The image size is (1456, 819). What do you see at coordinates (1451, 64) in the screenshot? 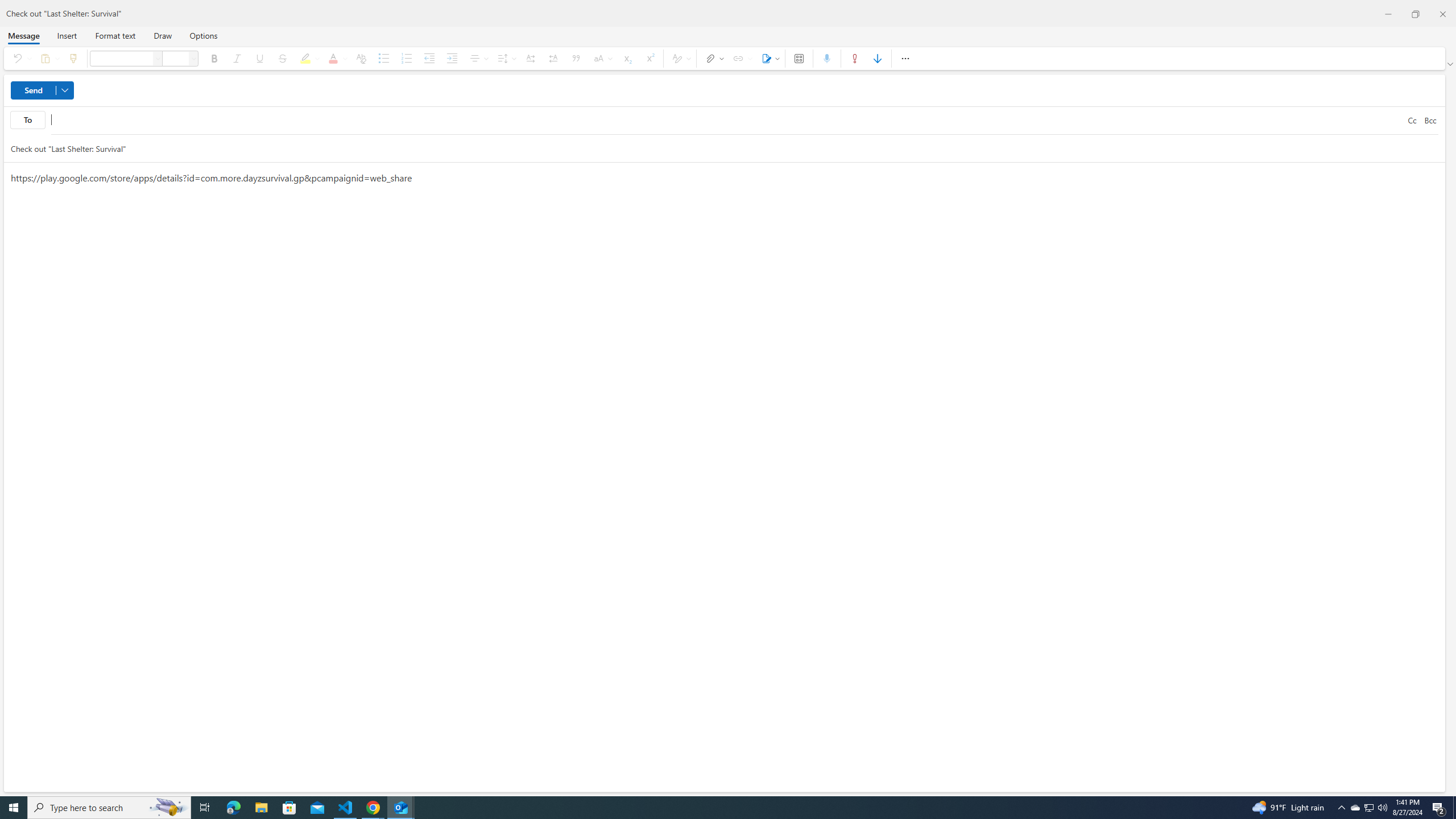
I see `'Ribbon display options'` at bounding box center [1451, 64].